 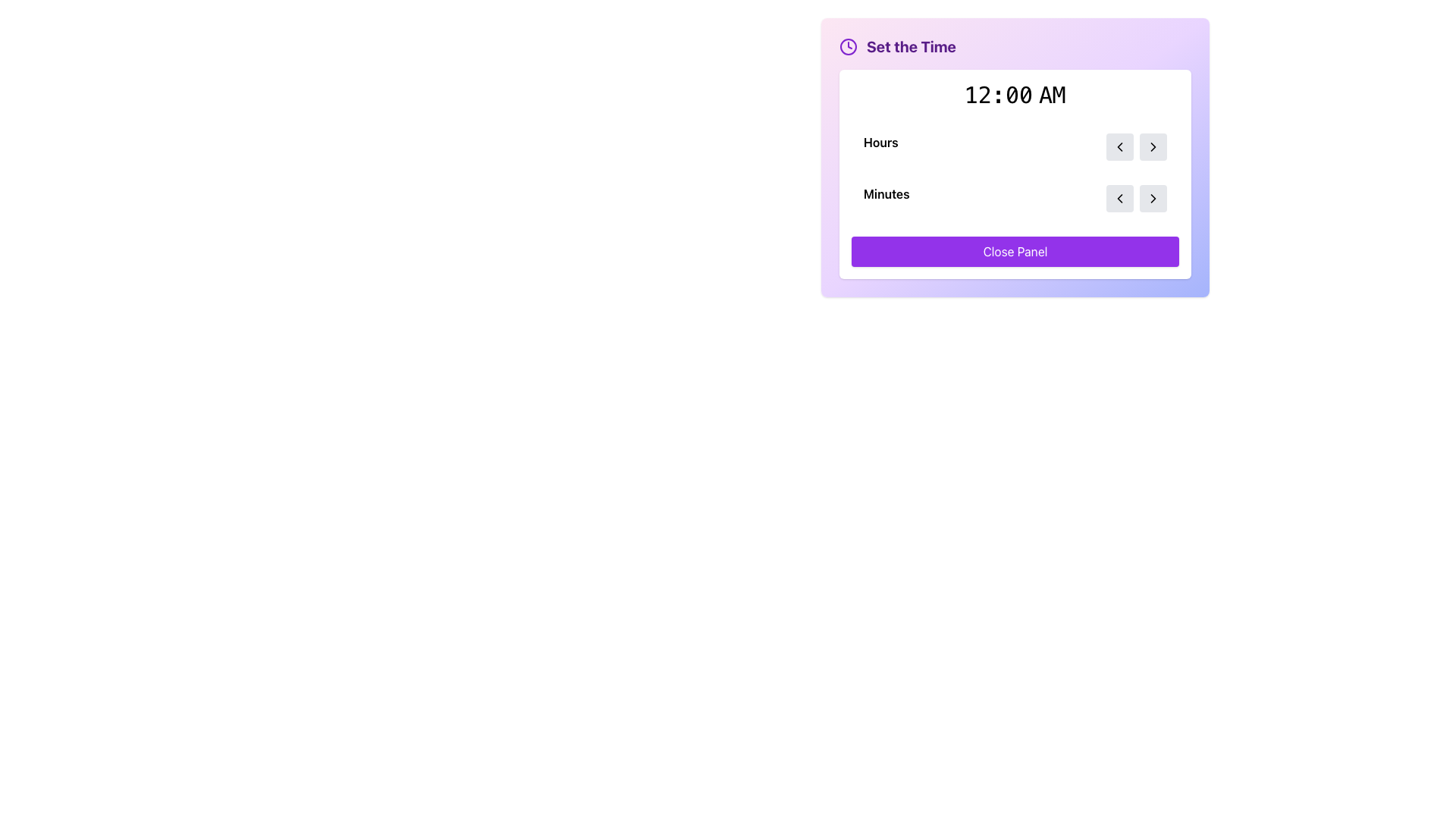 I want to click on the decrement button for the 'Minutes' field to observe a change in background color, so click(x=1120, y=198).